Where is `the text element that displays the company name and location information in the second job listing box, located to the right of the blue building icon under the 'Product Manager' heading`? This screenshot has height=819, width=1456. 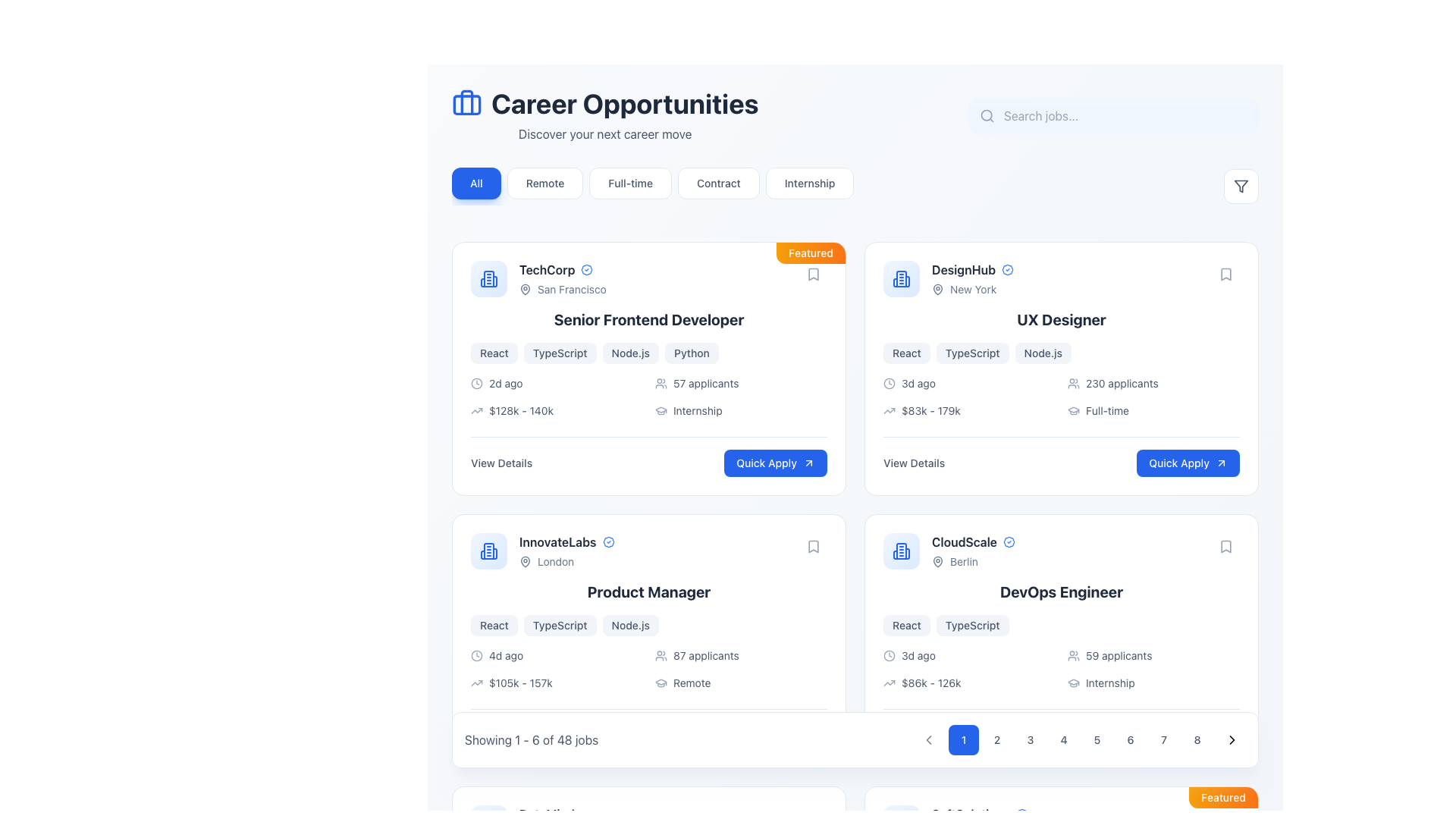
the text element that displays the company name and location information in the second job listing box, located to the right of the blue building icon under the 'Product Manager' heading is located at coordinates (566, 551).